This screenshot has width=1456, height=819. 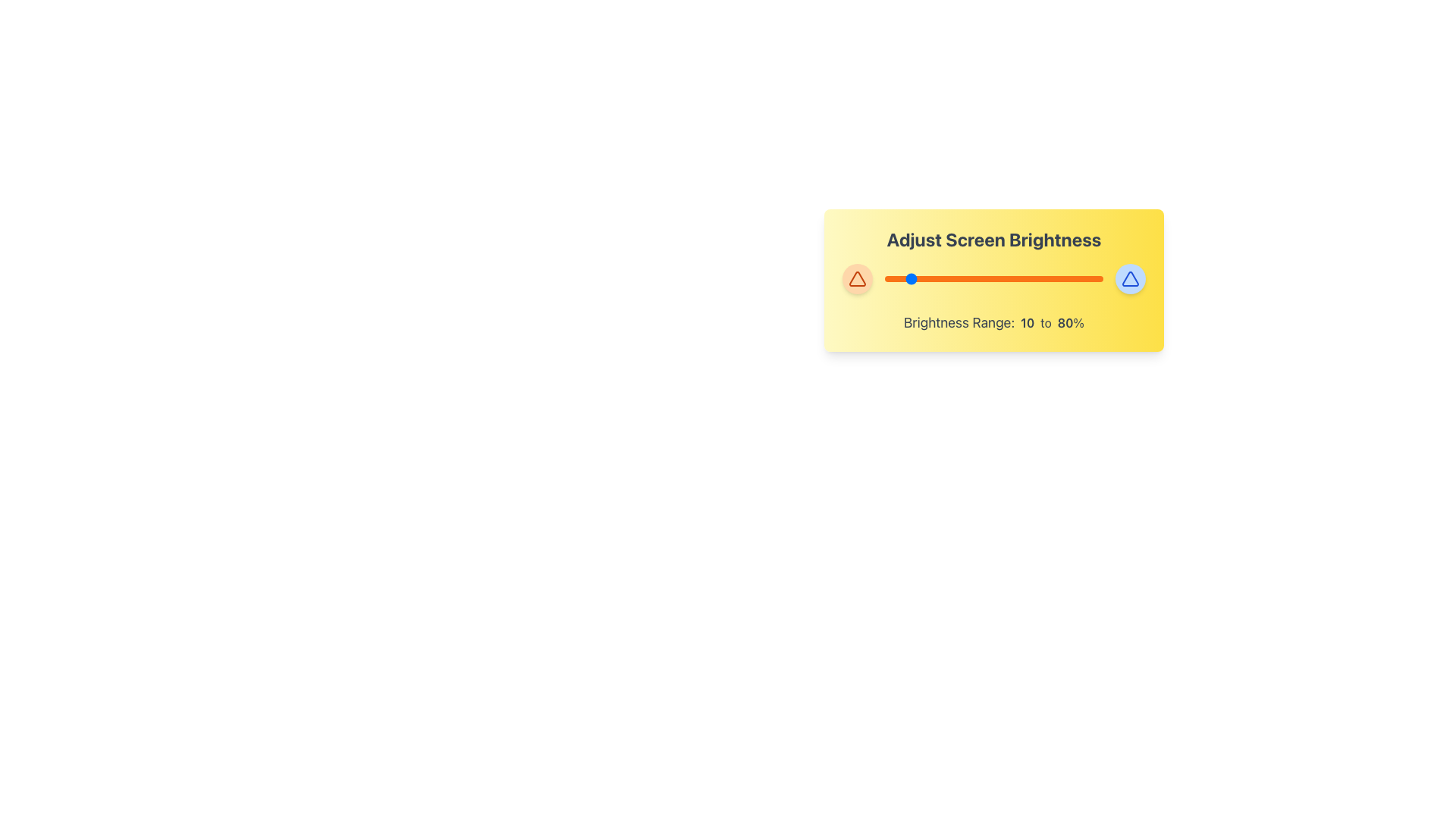 I want to click on the brightness level, so click(x=1019, y=278).